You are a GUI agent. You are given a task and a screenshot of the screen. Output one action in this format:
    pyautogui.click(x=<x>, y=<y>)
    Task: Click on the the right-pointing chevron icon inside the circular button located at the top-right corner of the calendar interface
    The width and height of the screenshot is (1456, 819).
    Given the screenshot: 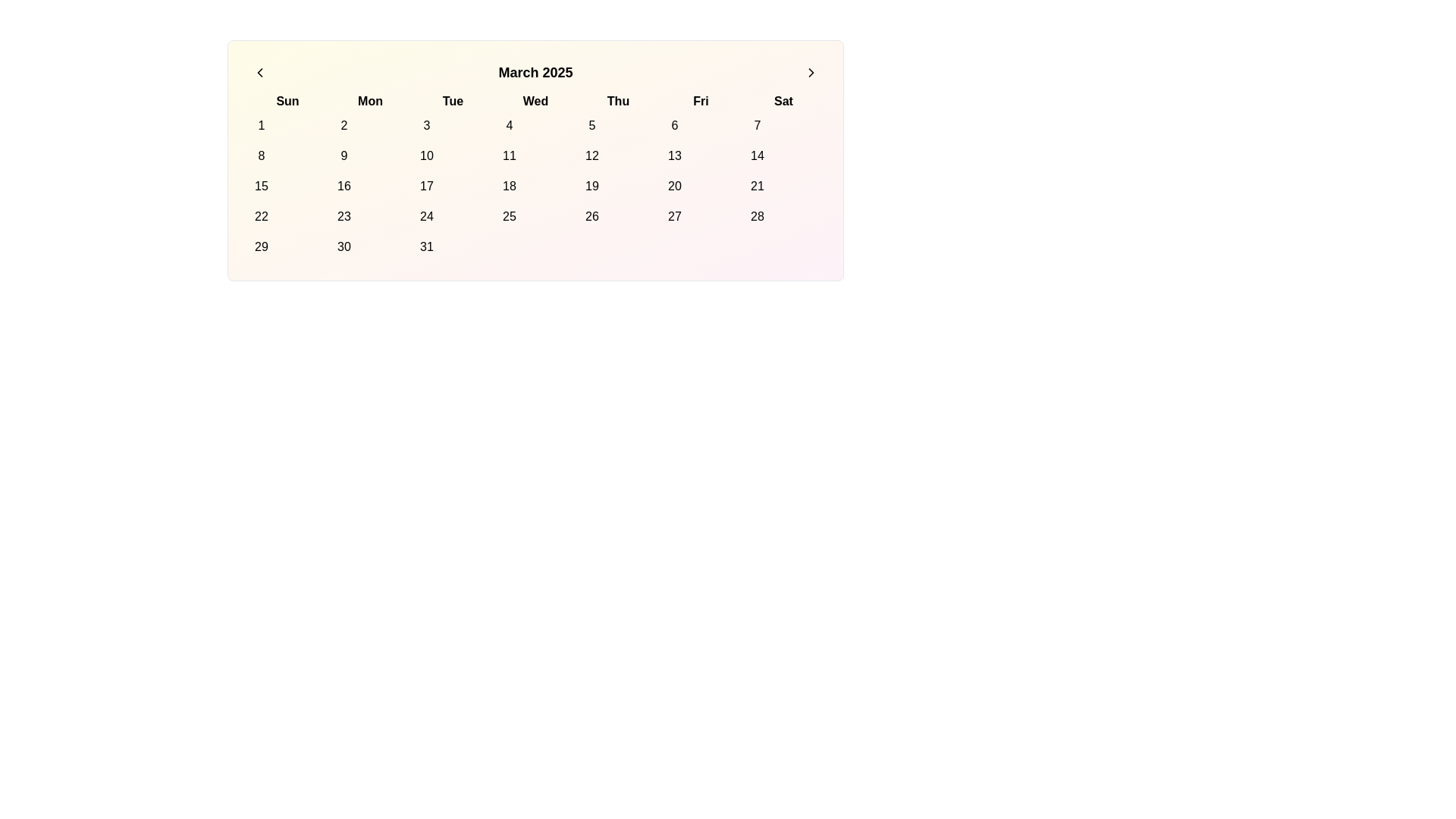 What is the action you would take?
    pyautogui.click(x=811, y=73)
    